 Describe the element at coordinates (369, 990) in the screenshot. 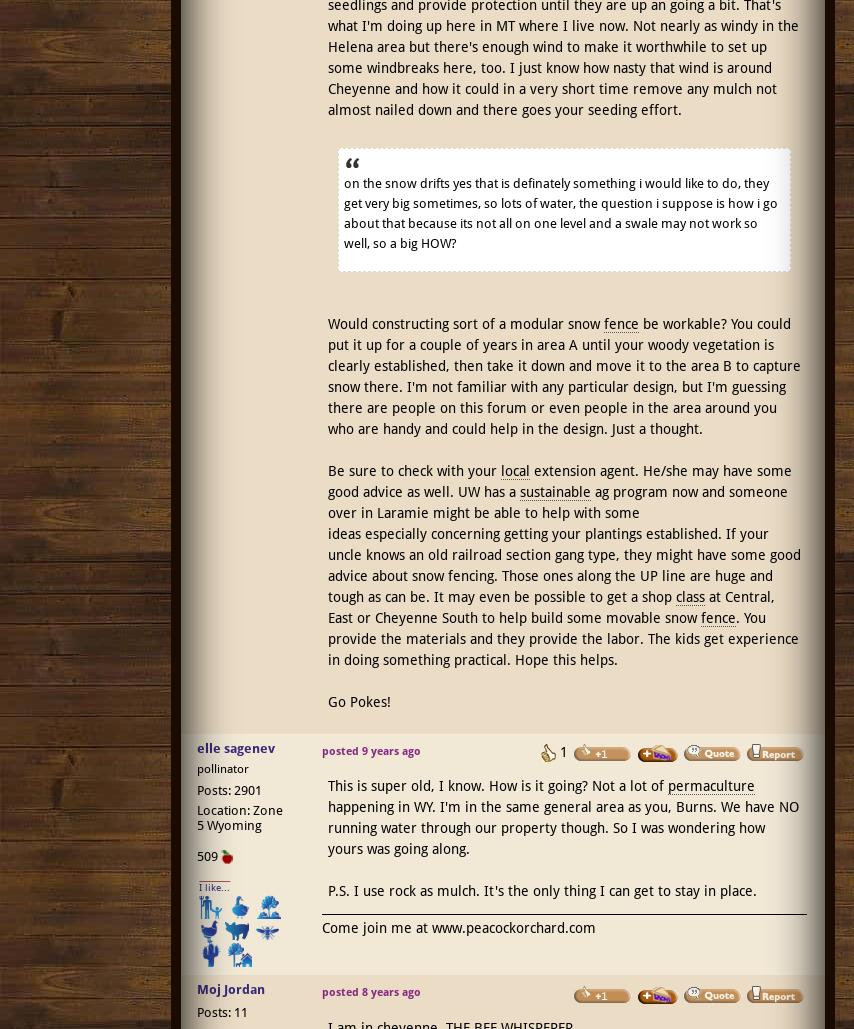

I see `'posted 8 years ago'` at that location.